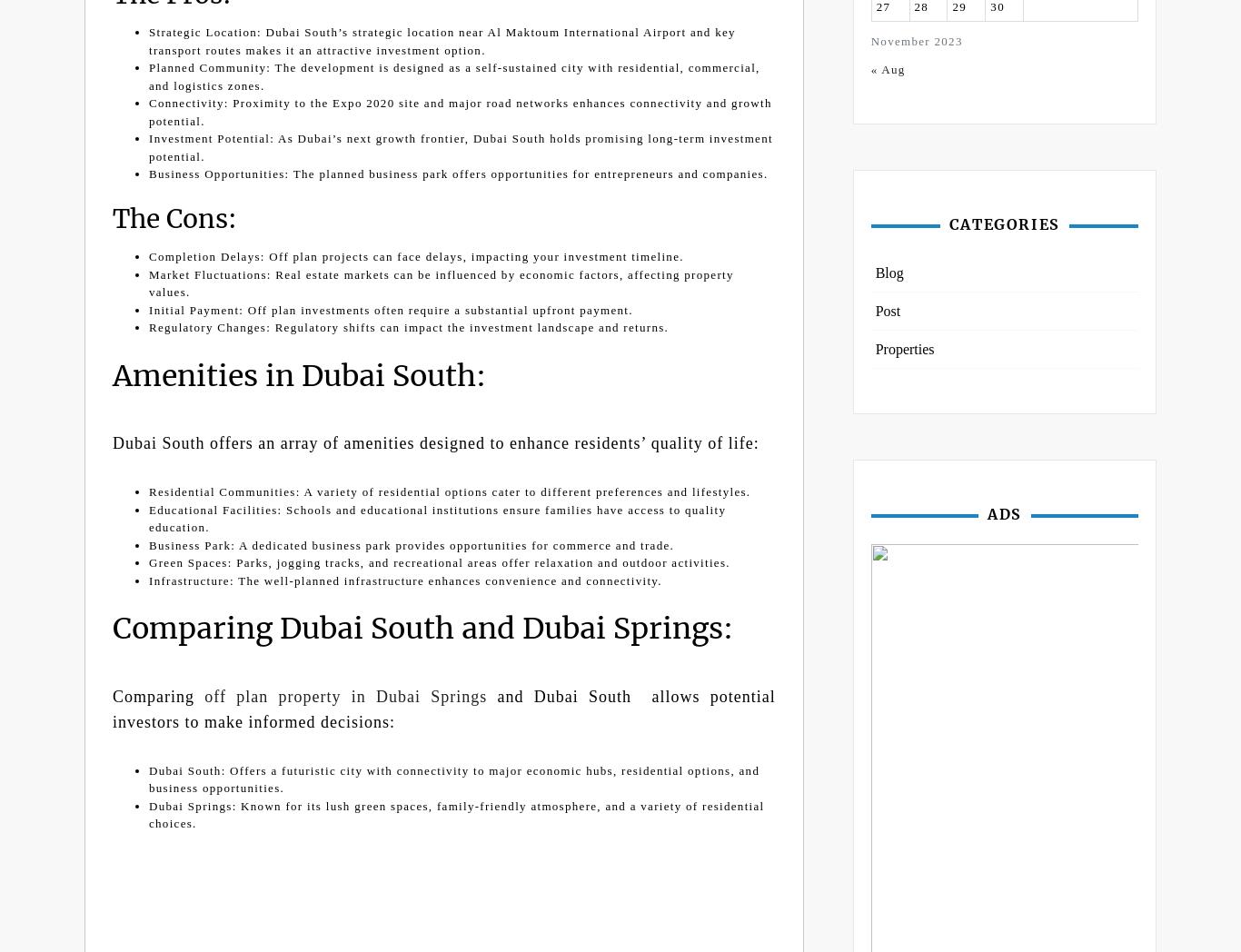 The image size is (1241, 952). I want to click on 'Dubai Springs: Known for its lush green spaces, family-friendly atmosphere, and a variety of residential choices.', so click(456, 813).